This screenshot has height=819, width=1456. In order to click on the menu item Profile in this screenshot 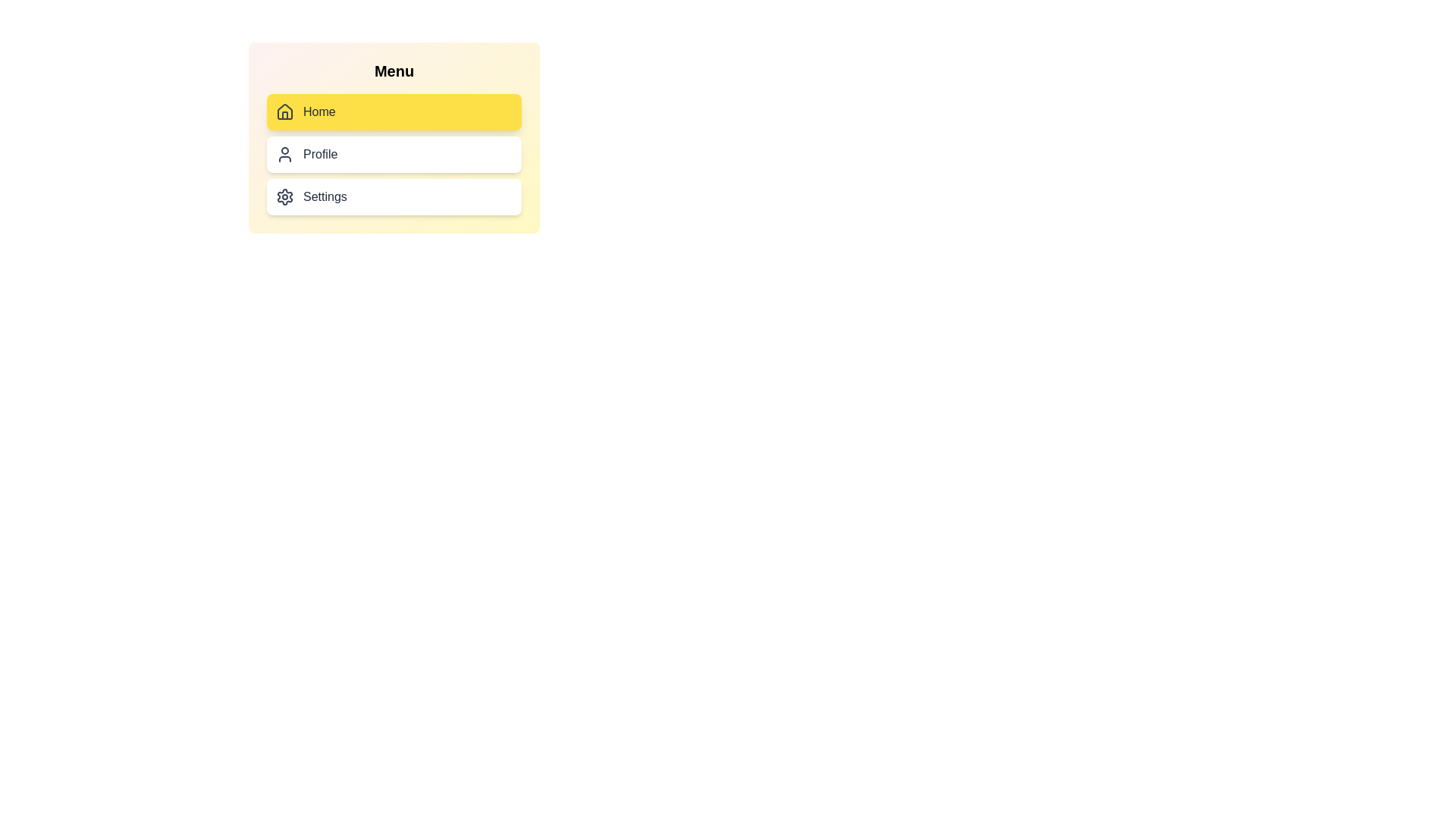, I will do `click(394, 155)`.